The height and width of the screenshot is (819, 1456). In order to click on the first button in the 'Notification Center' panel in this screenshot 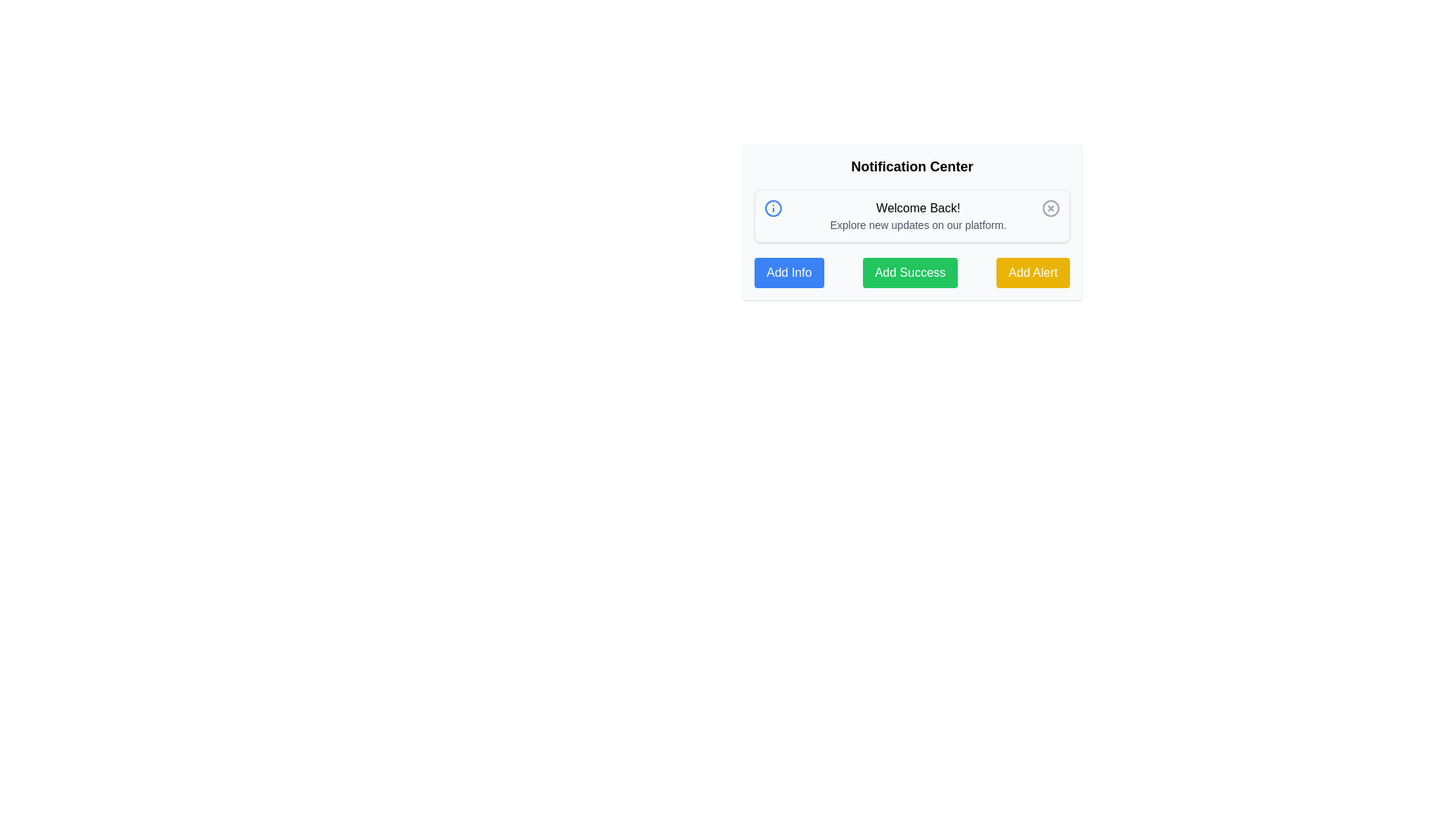, I will do `click(789, 271)`.